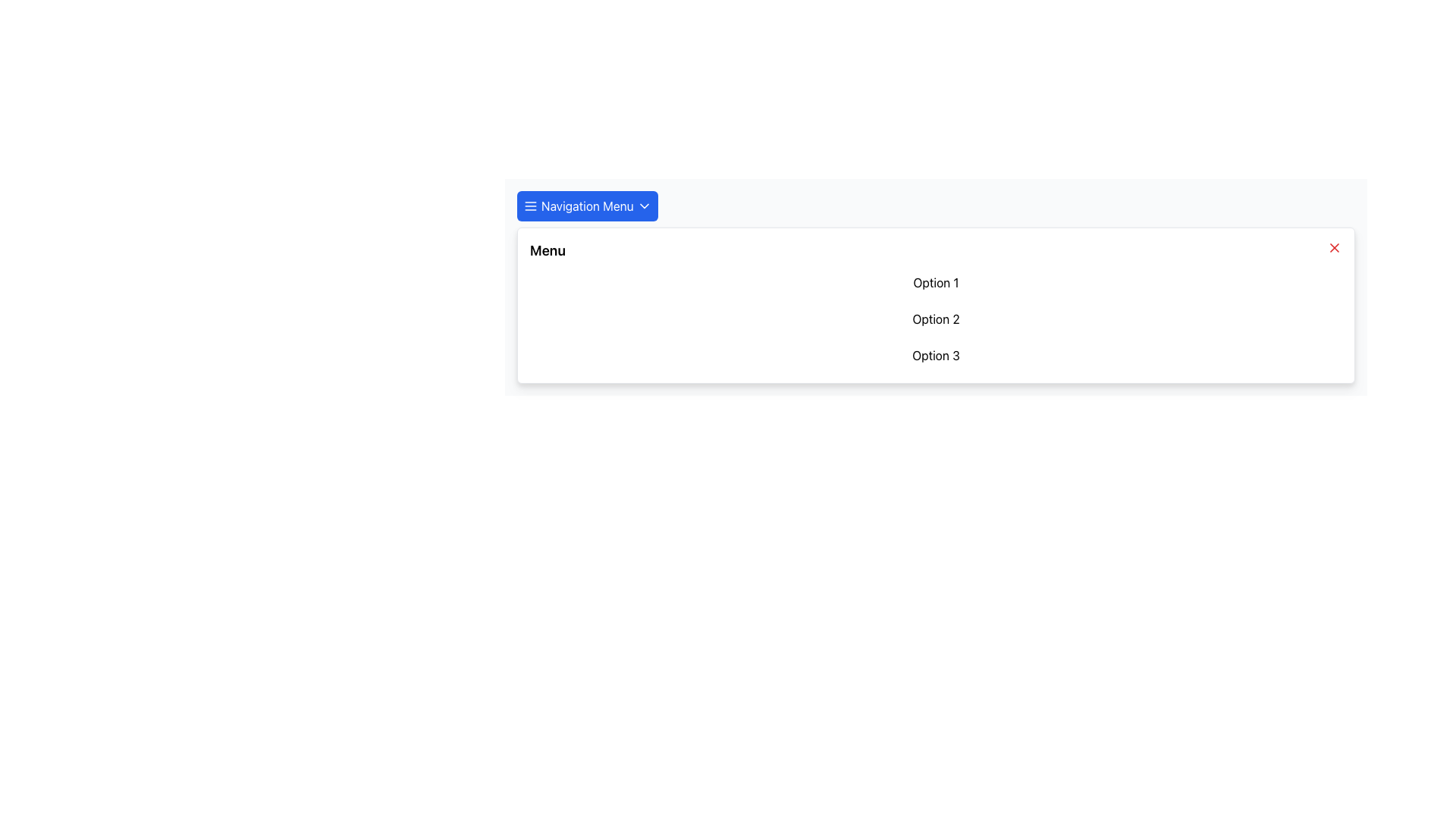 Image resolution: width=1456 pixels, height=819 pixels. I want to click on the 'X' button located at the far right of the 'Menu' header, so click(1335, 247).